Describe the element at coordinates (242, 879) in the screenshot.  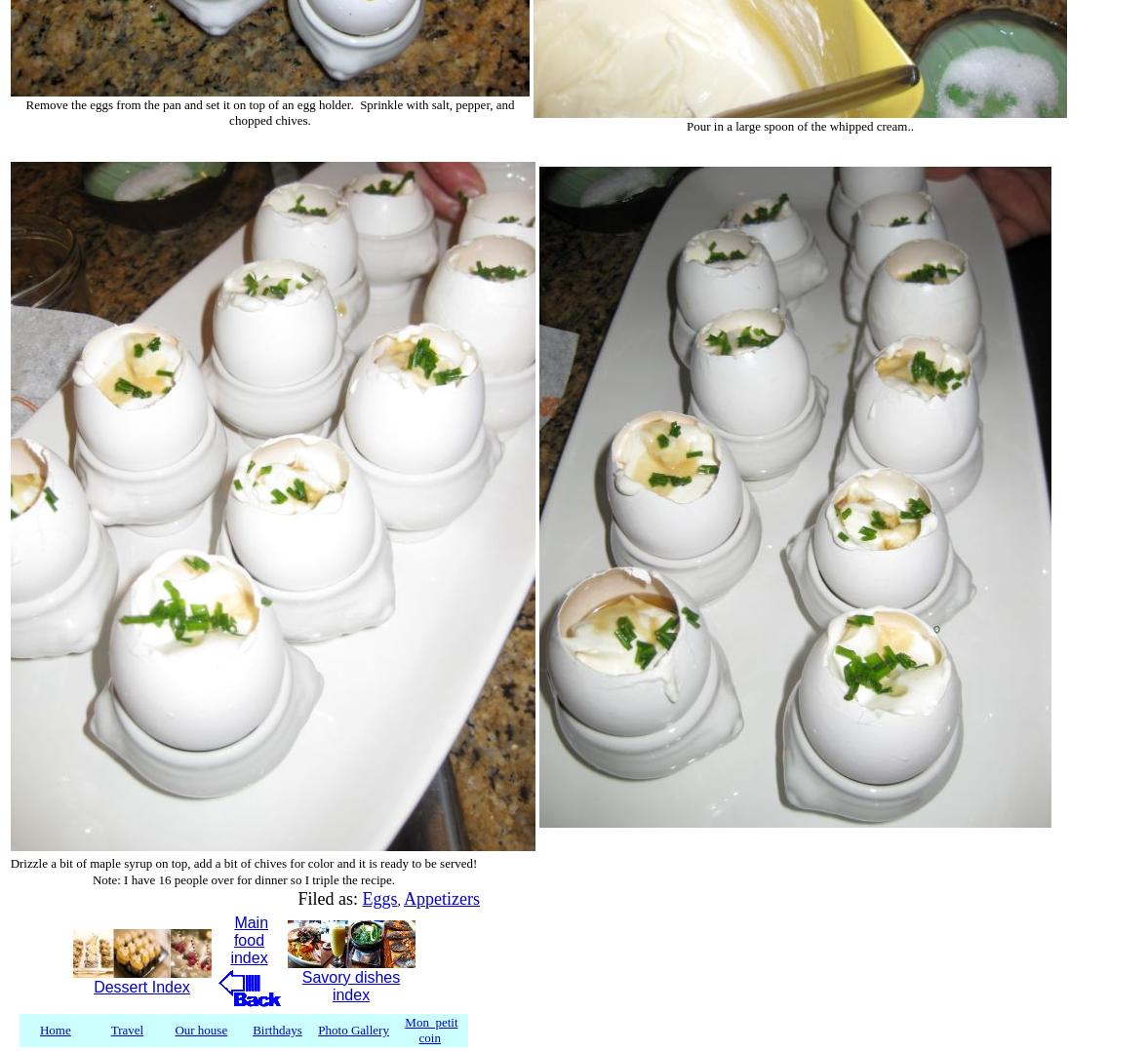
I see `'Note: I have 16 people over for dinner so I 
triple the recipe.'` at that location.